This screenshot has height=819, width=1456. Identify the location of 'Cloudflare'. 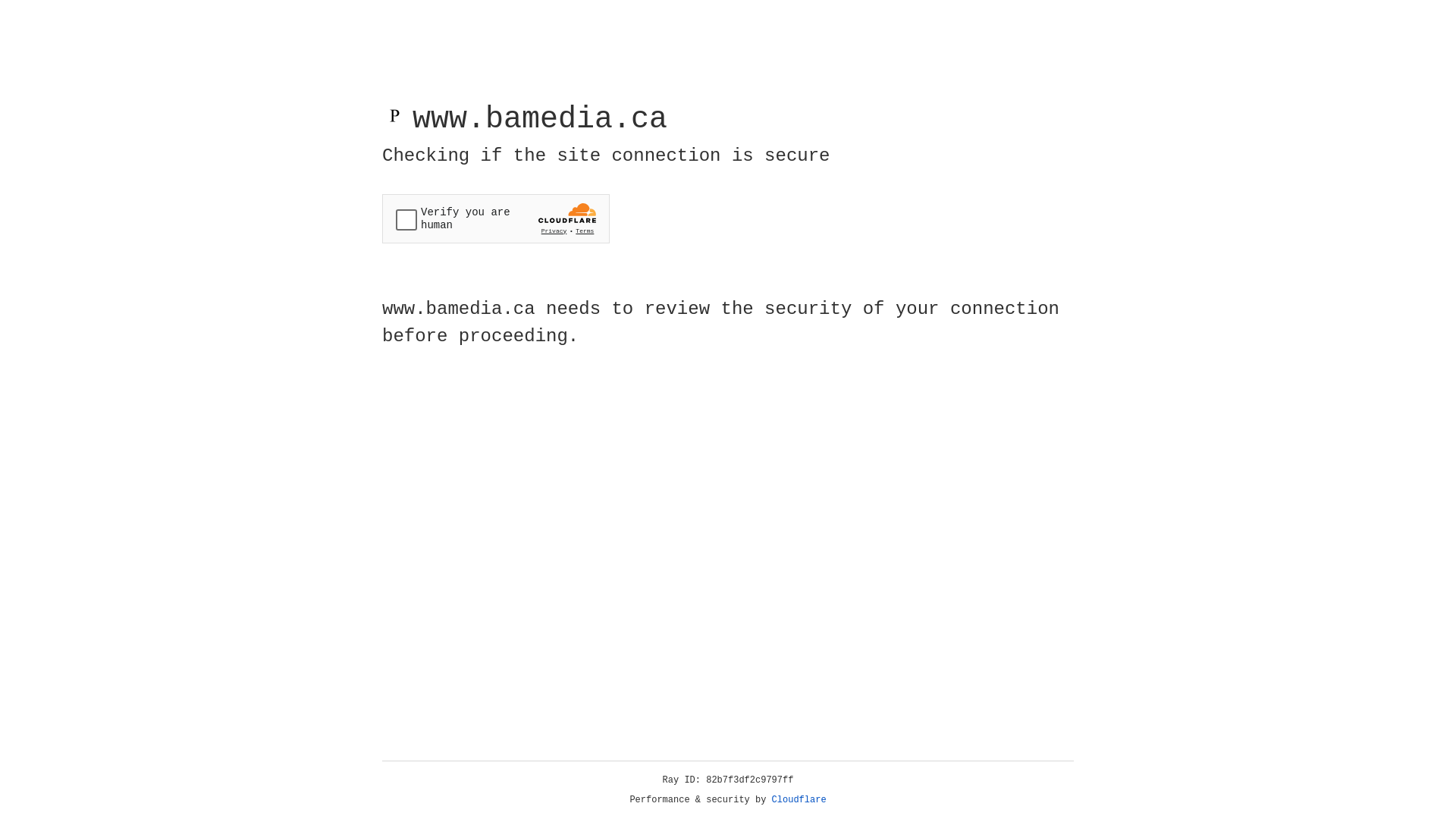
(799, 799).